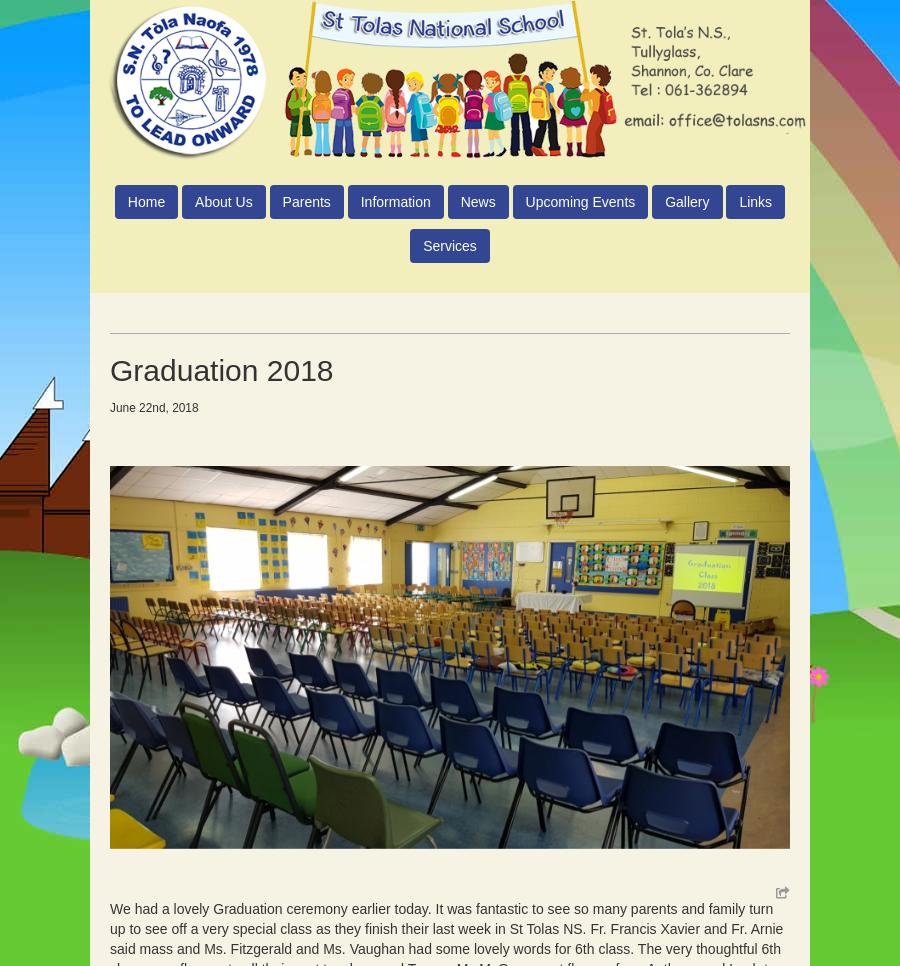 The height and width of the screenshot is (966, 900). I want to click on 'Information', so click(395, 201).